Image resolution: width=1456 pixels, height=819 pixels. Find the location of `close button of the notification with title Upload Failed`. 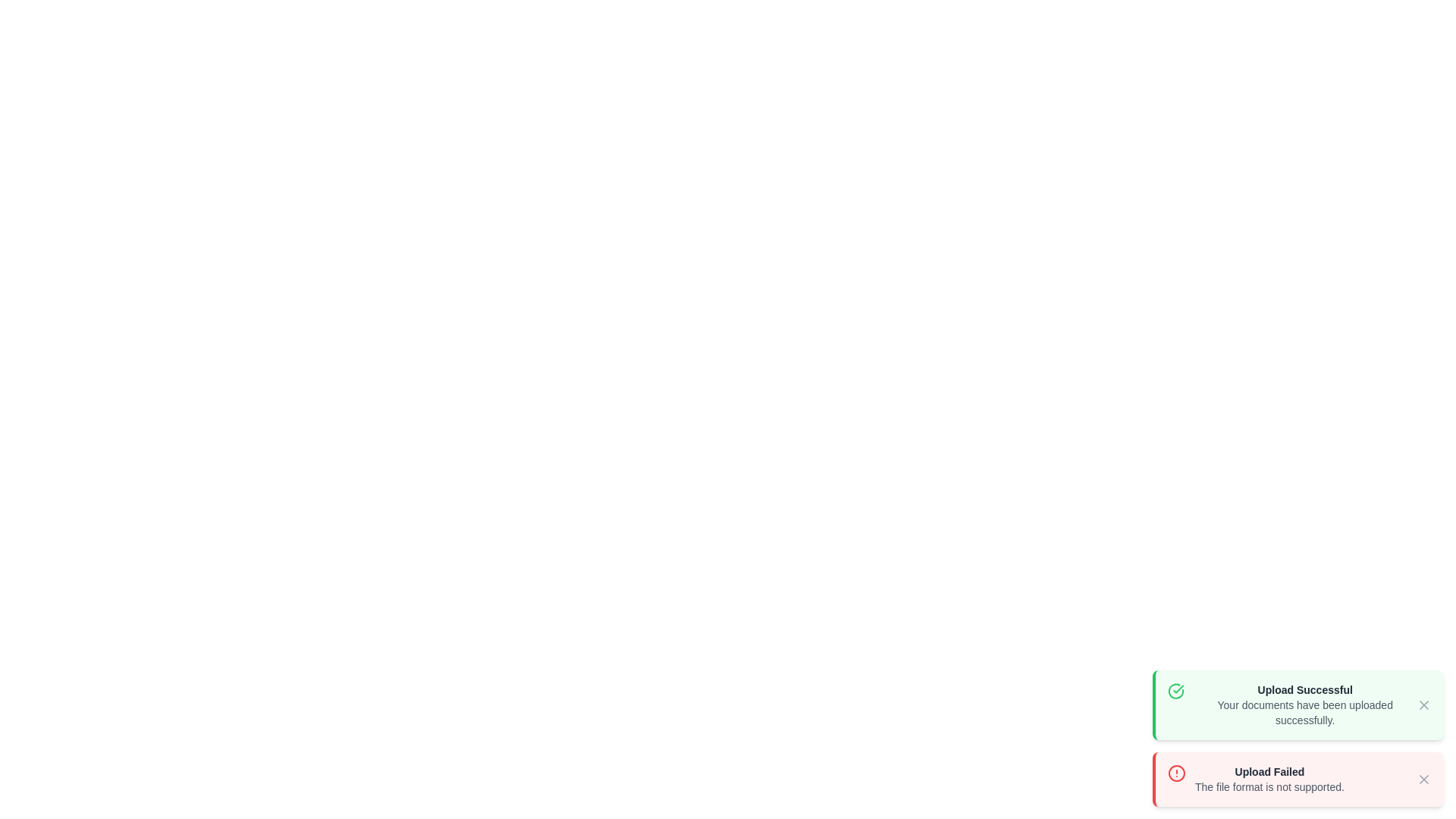

close button of the notification with title Upload Failed is located at coordinates (1423, 780).